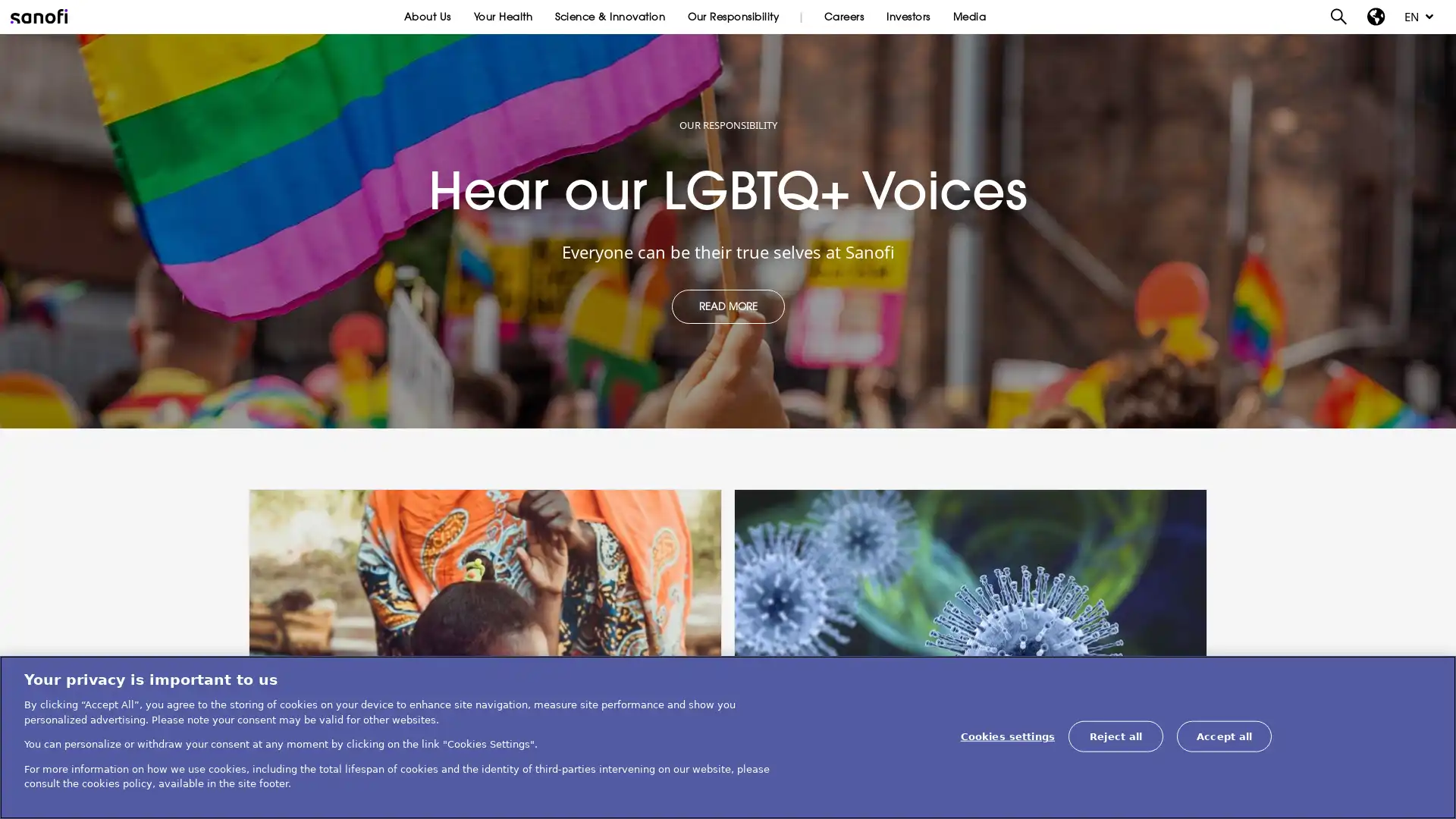  Describe the element at coordinates (1116, 736) in the screenshot. I see `Reject all` at that location.